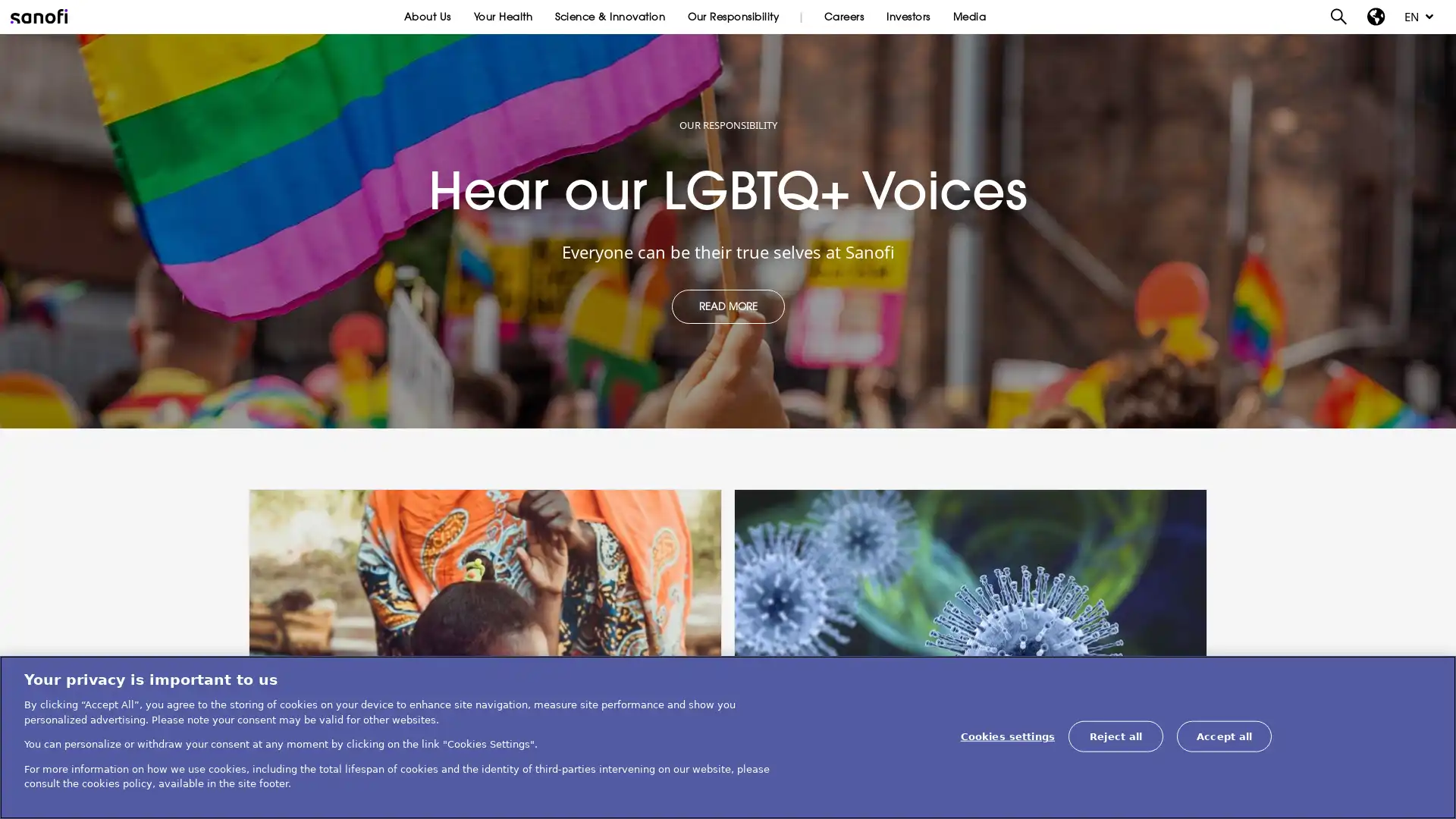  Describe the element at coordinates (1116, 736) in the screenshot. I see `Reject all` at that location.